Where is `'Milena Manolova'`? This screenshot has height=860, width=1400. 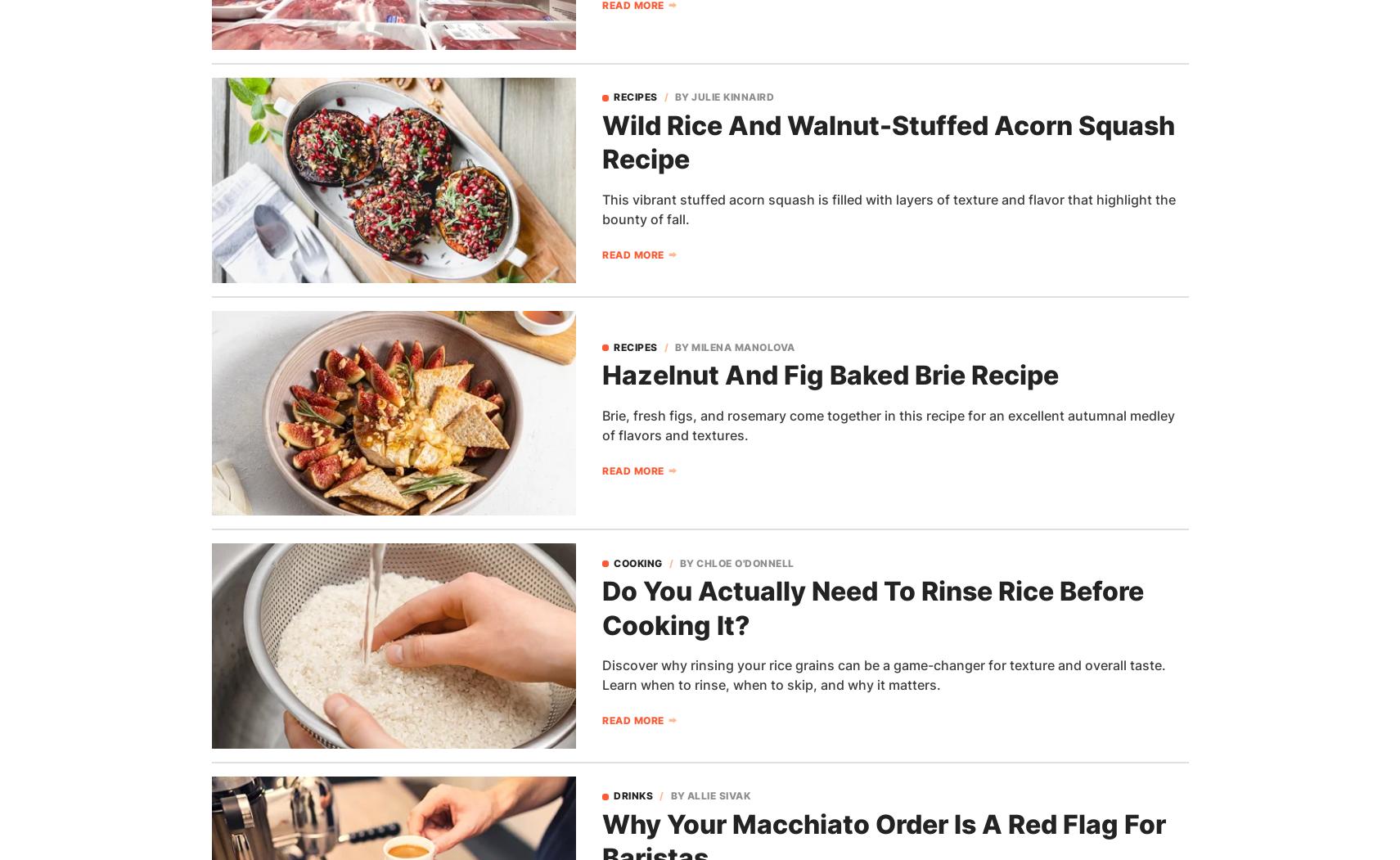
'Milena Manolova' is located at coordinates (743, 346).